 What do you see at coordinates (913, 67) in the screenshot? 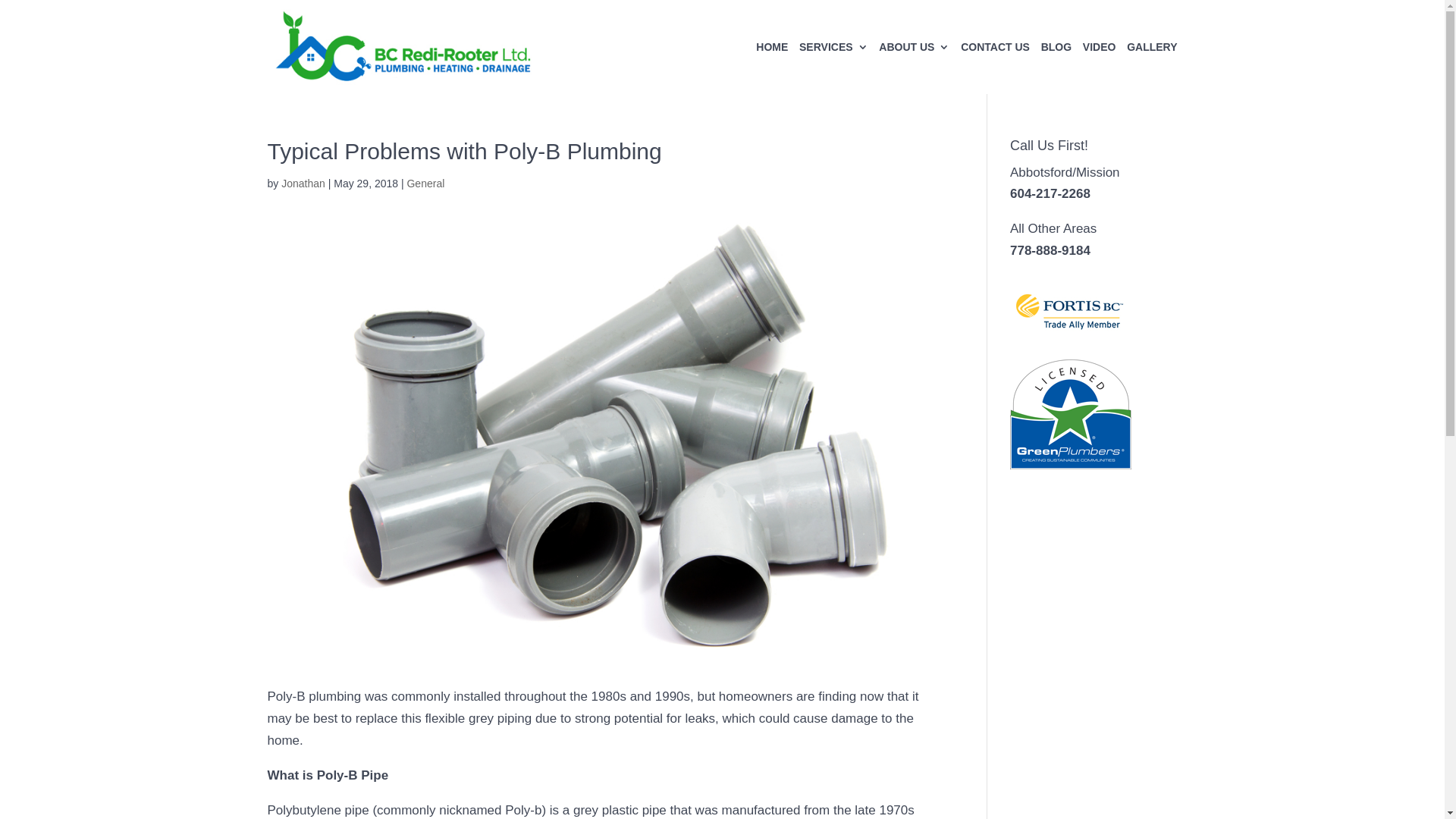
I see `'ABOUT US'` at bounding box center [913, 67].